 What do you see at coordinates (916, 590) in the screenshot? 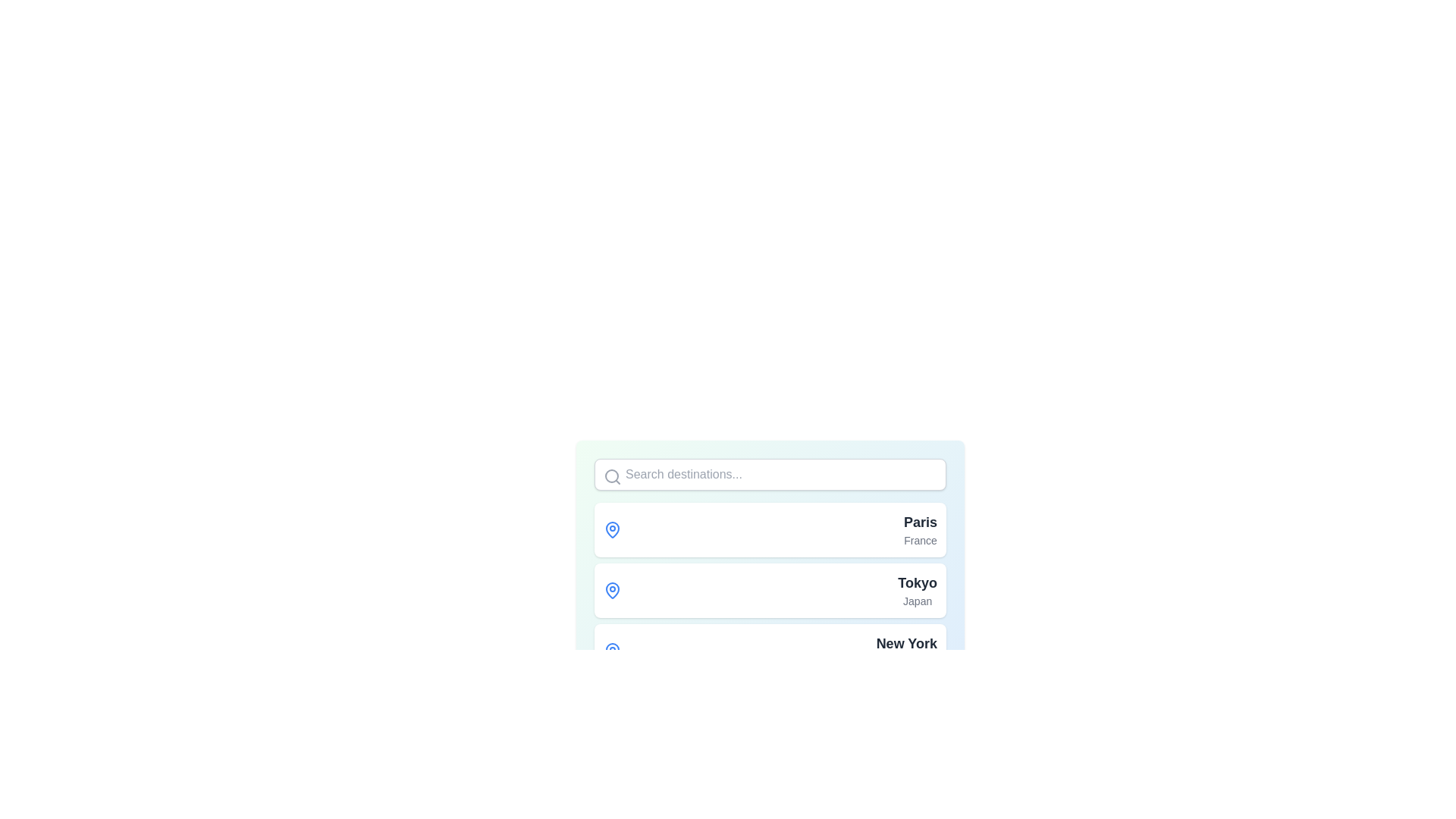
I see `the text label displaying location details for 'Tokyo, Japan'` at bounding box center [916, 590].